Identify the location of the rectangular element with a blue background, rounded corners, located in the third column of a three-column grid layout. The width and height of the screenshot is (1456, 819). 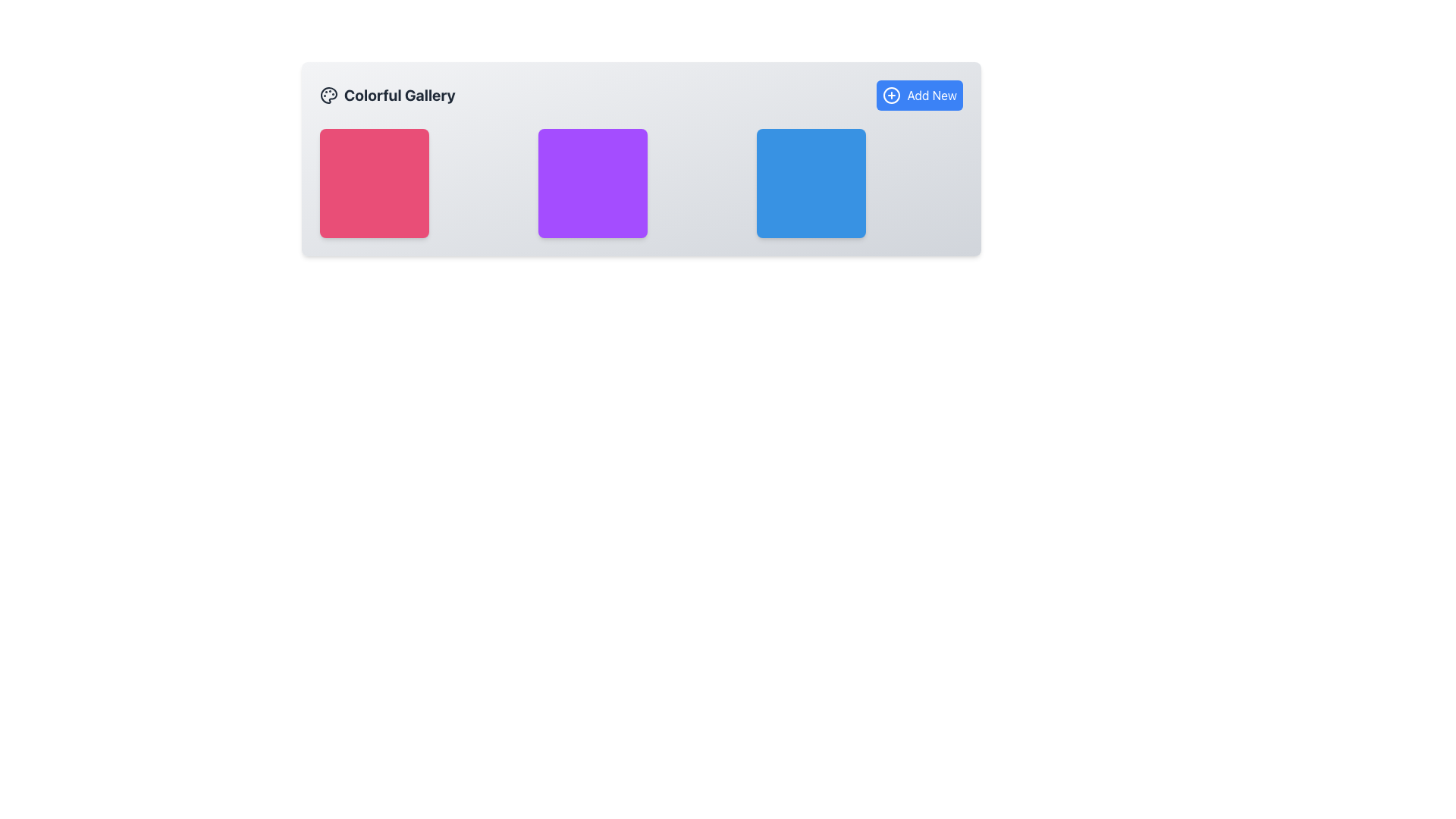
(859, 183).